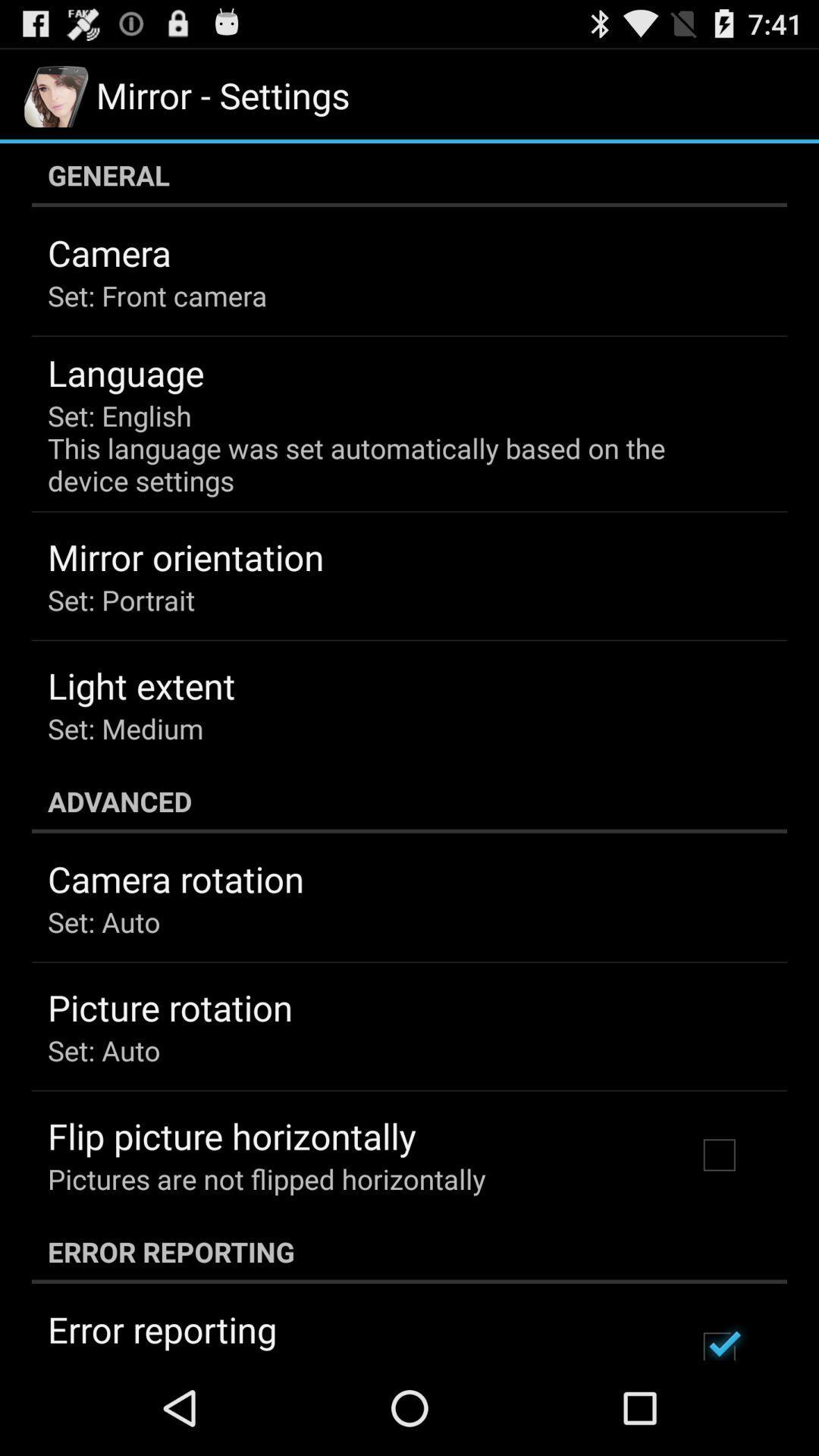 This screenshot has width=819, height=1456. What do you see at coordinates (409, 800) in the screenshot?
I see `app above camera rotation` at bounding box center [409, 800].